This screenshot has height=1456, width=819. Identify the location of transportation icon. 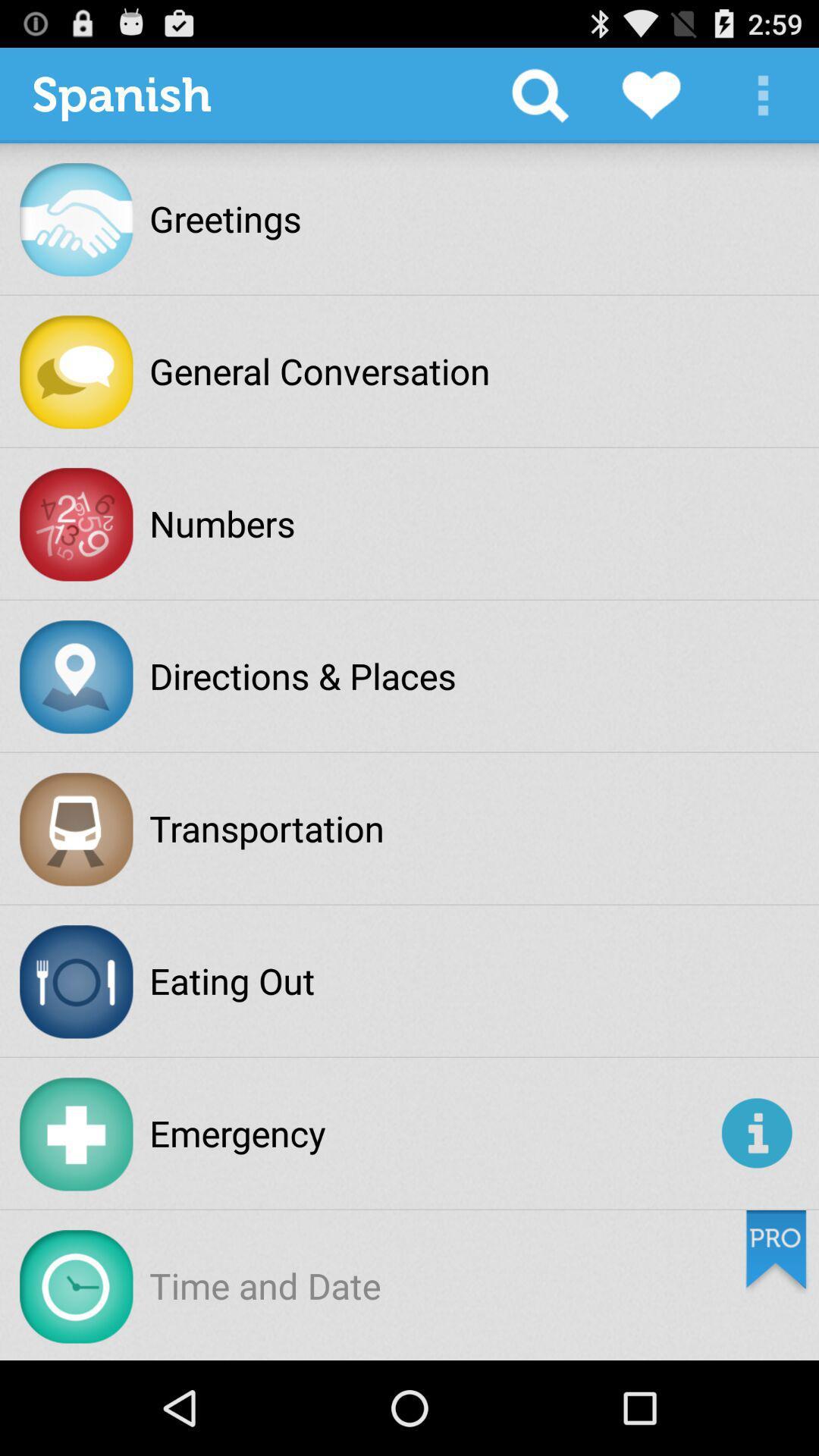
(266, 827).